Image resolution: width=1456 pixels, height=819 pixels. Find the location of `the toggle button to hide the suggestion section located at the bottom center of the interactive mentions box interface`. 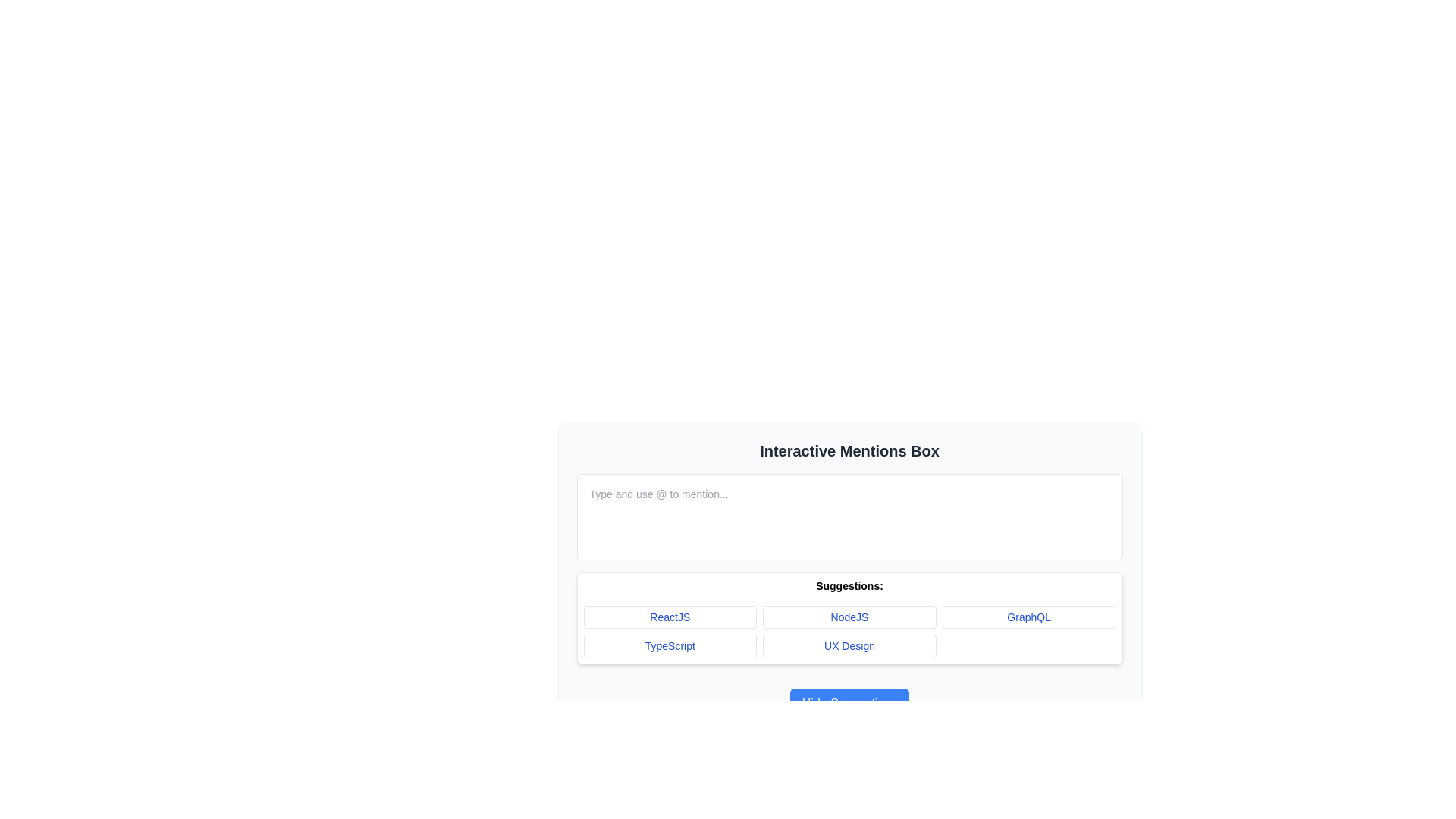

the toggle button to hide the suggestion section located at the bottom center of the interactive mentions box interface is located at coordinates (849, 704).